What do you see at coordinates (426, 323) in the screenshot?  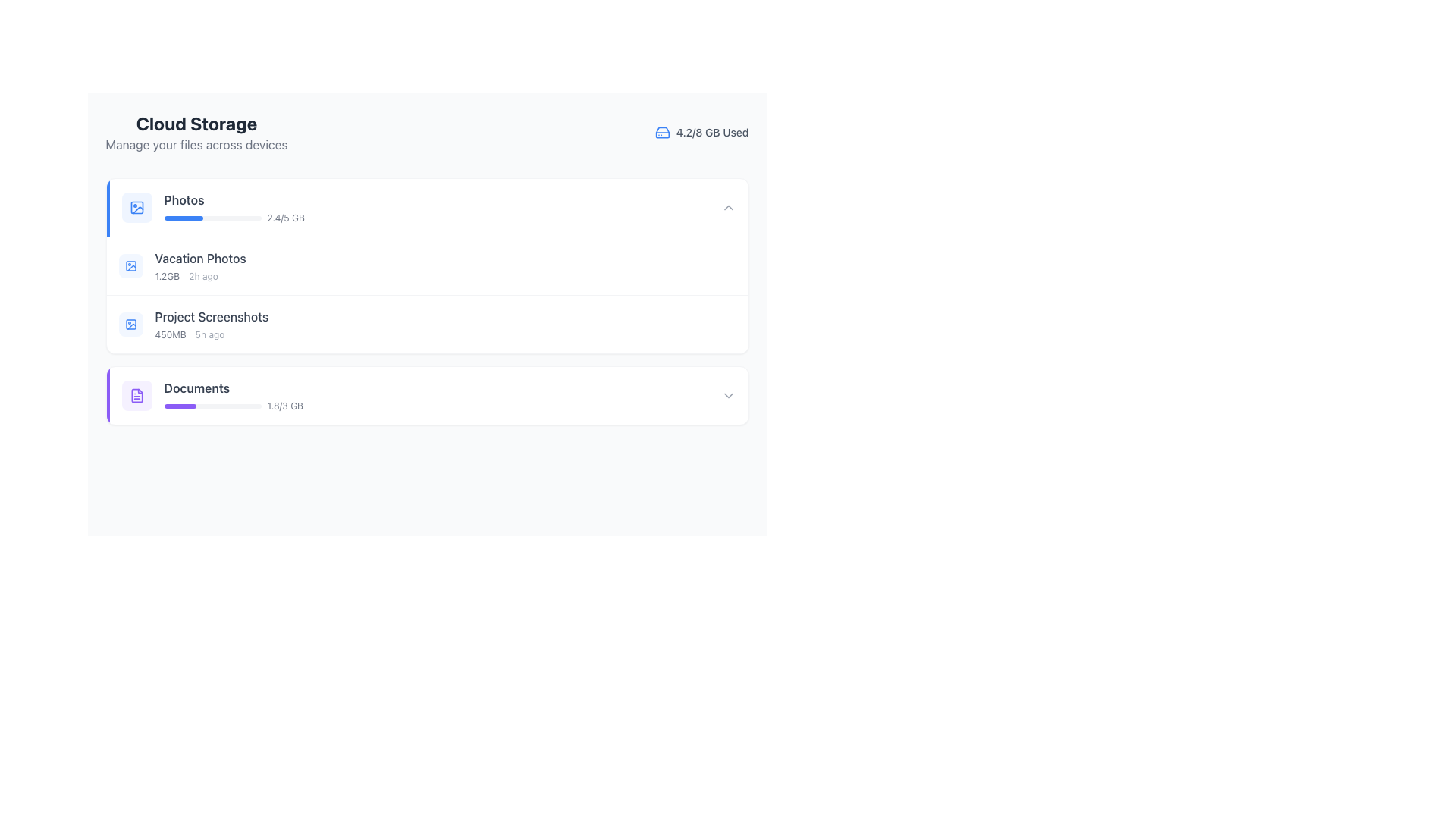 I see `the folder named 'Project Screenshots'` at bounding box center [426, 323].